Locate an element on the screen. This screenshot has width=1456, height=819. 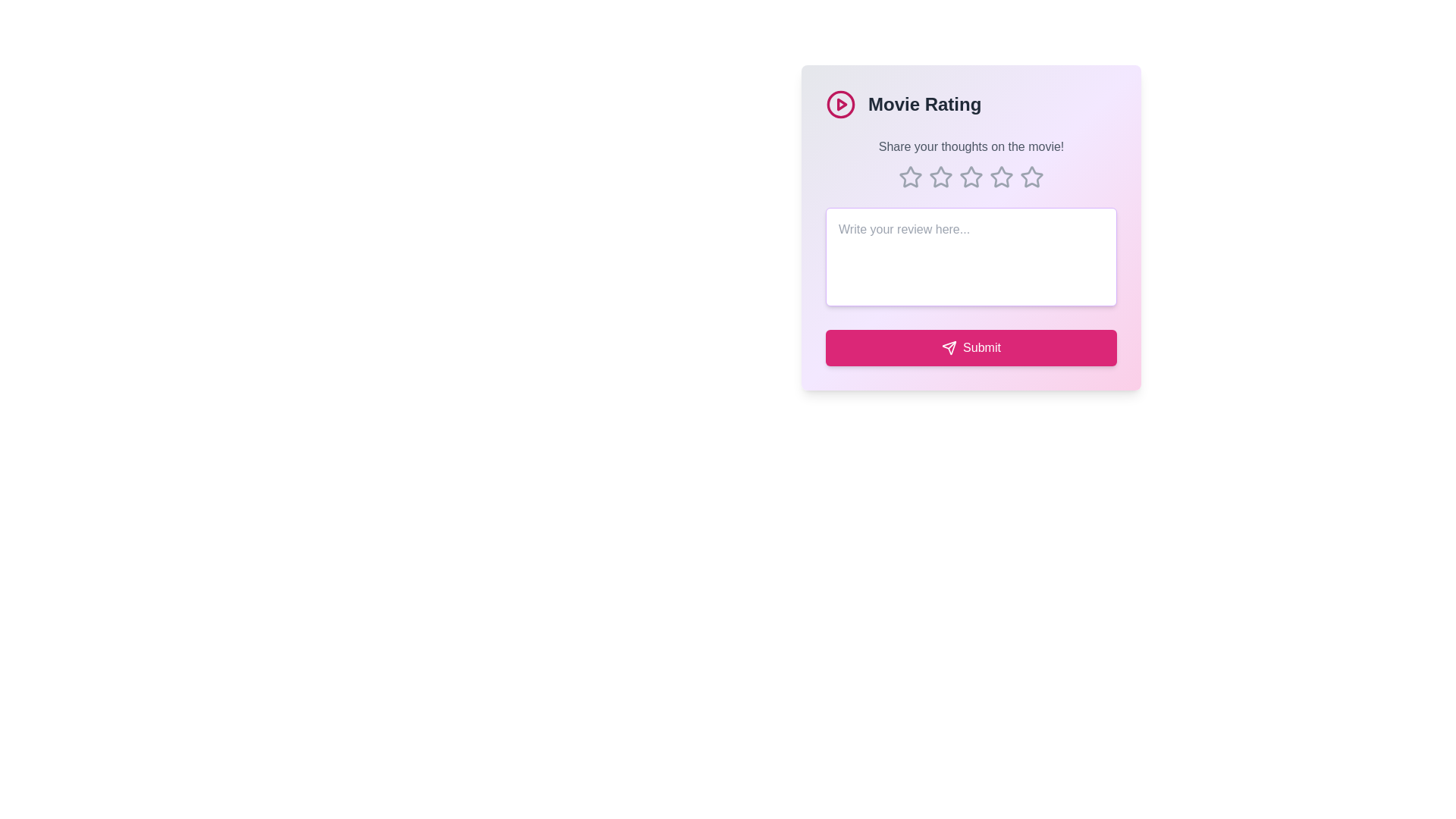
the first outlined star icon in the horizontal row of rating stars located under the title 'Share your thoughts on the movie!' is located at coordinates (910, 177).